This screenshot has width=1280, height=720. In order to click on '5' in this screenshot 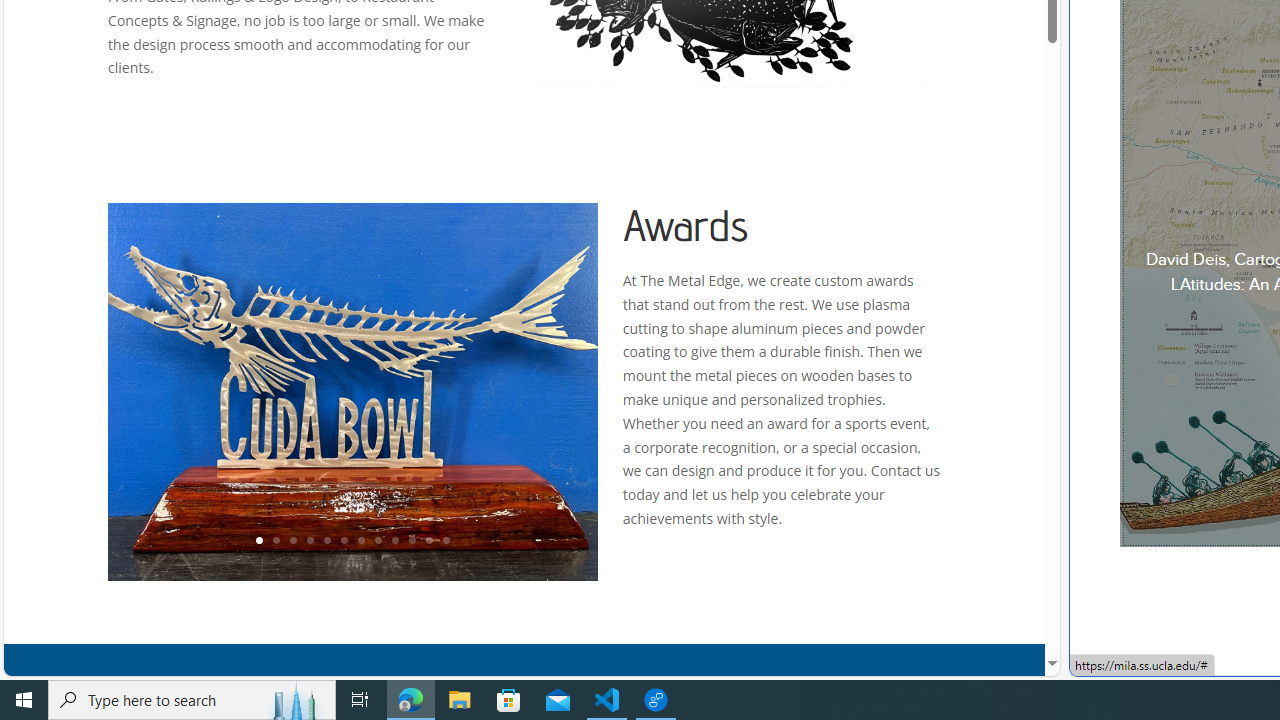, I will do `click(327, 541)`.